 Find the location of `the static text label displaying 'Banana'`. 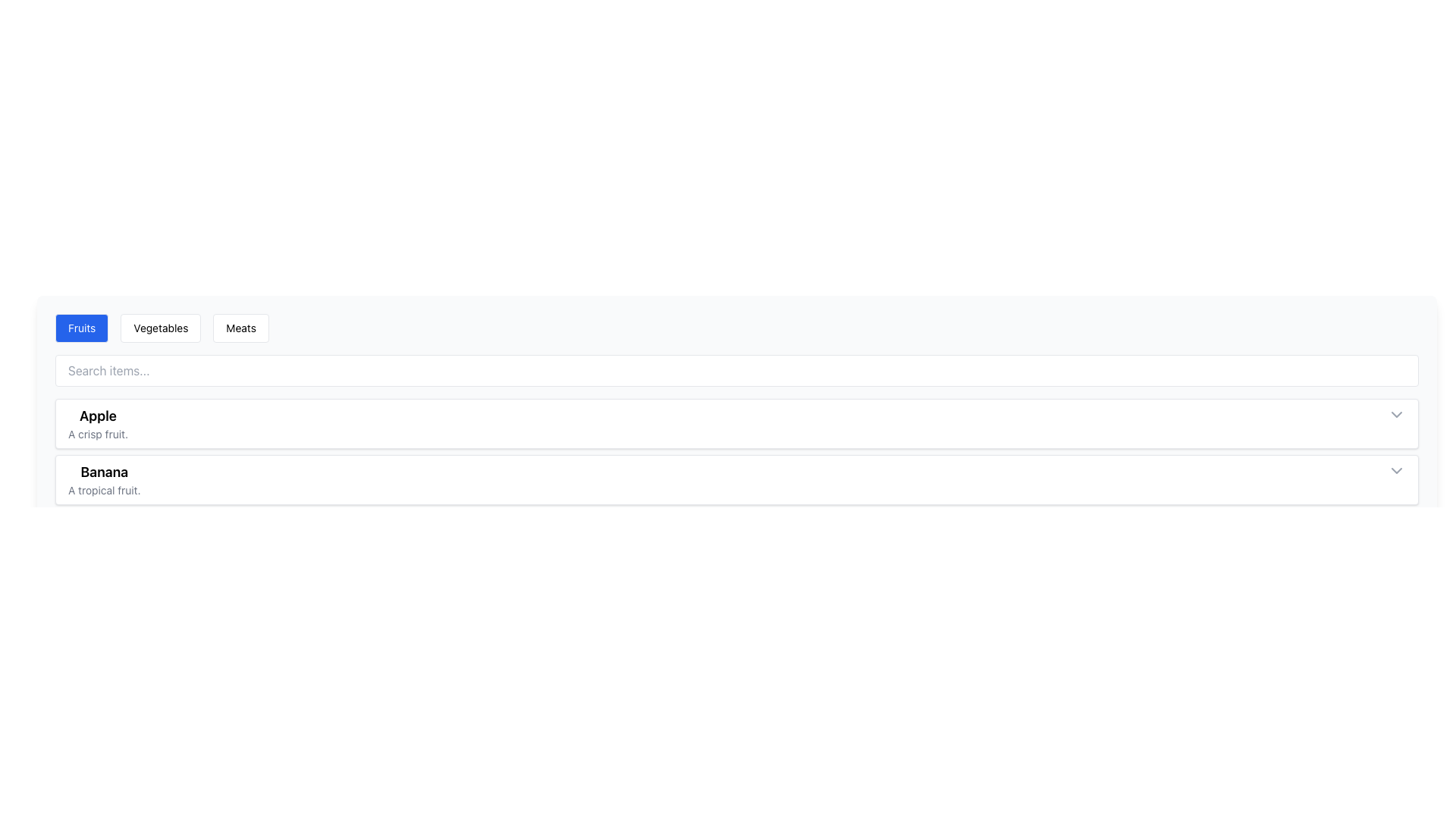

the static text label displaying 'Banana' is located at coordinates (103, 472).